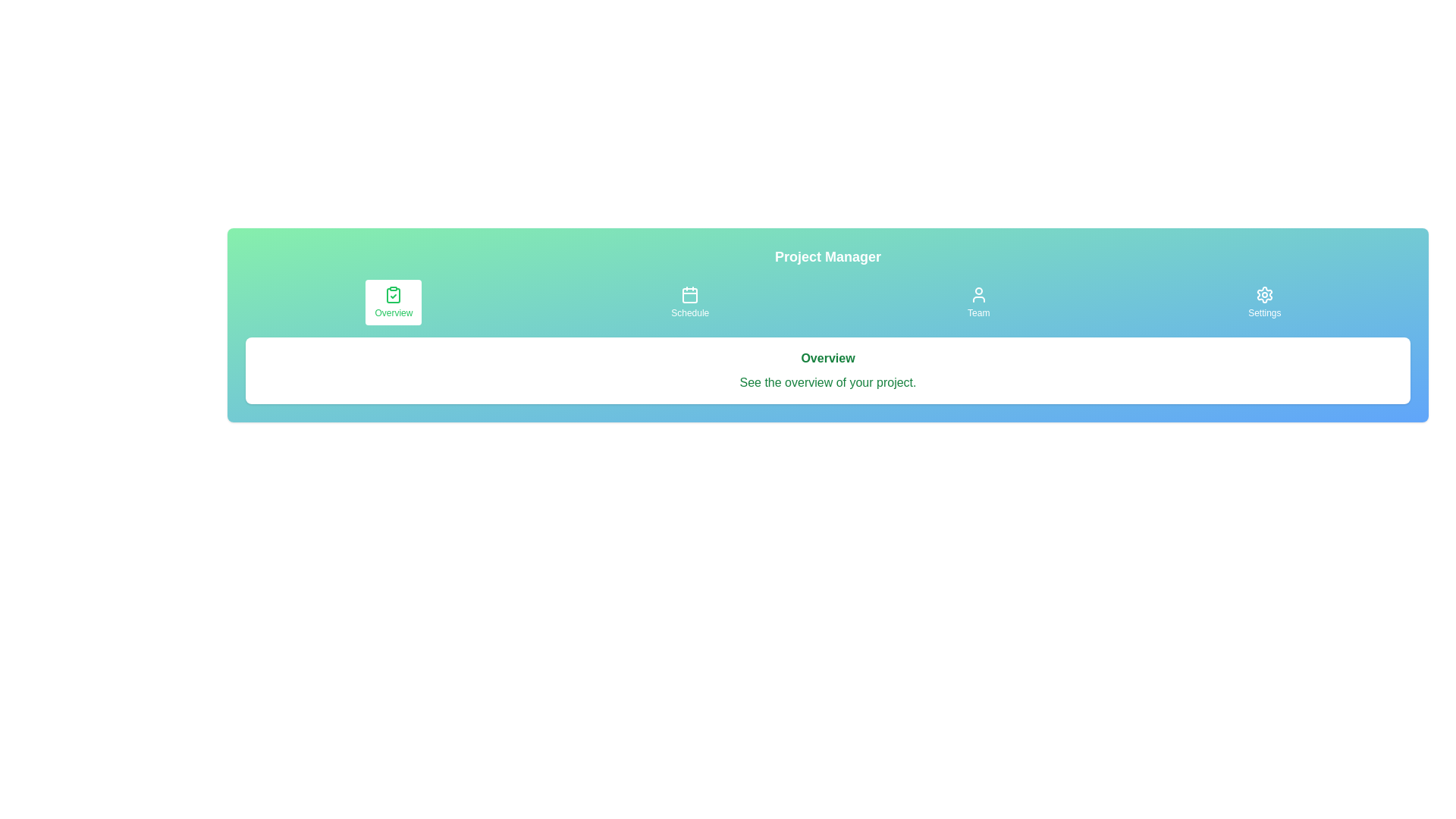  Describe the element at coordinates (978, 295) in the screenshot. I see `the 'Team' button which features a minimalistic user icon outlined in white against a light blue circular background, located centrally in the navigation bar between the 'Schedule' and 'Settings' buttons` at that location.